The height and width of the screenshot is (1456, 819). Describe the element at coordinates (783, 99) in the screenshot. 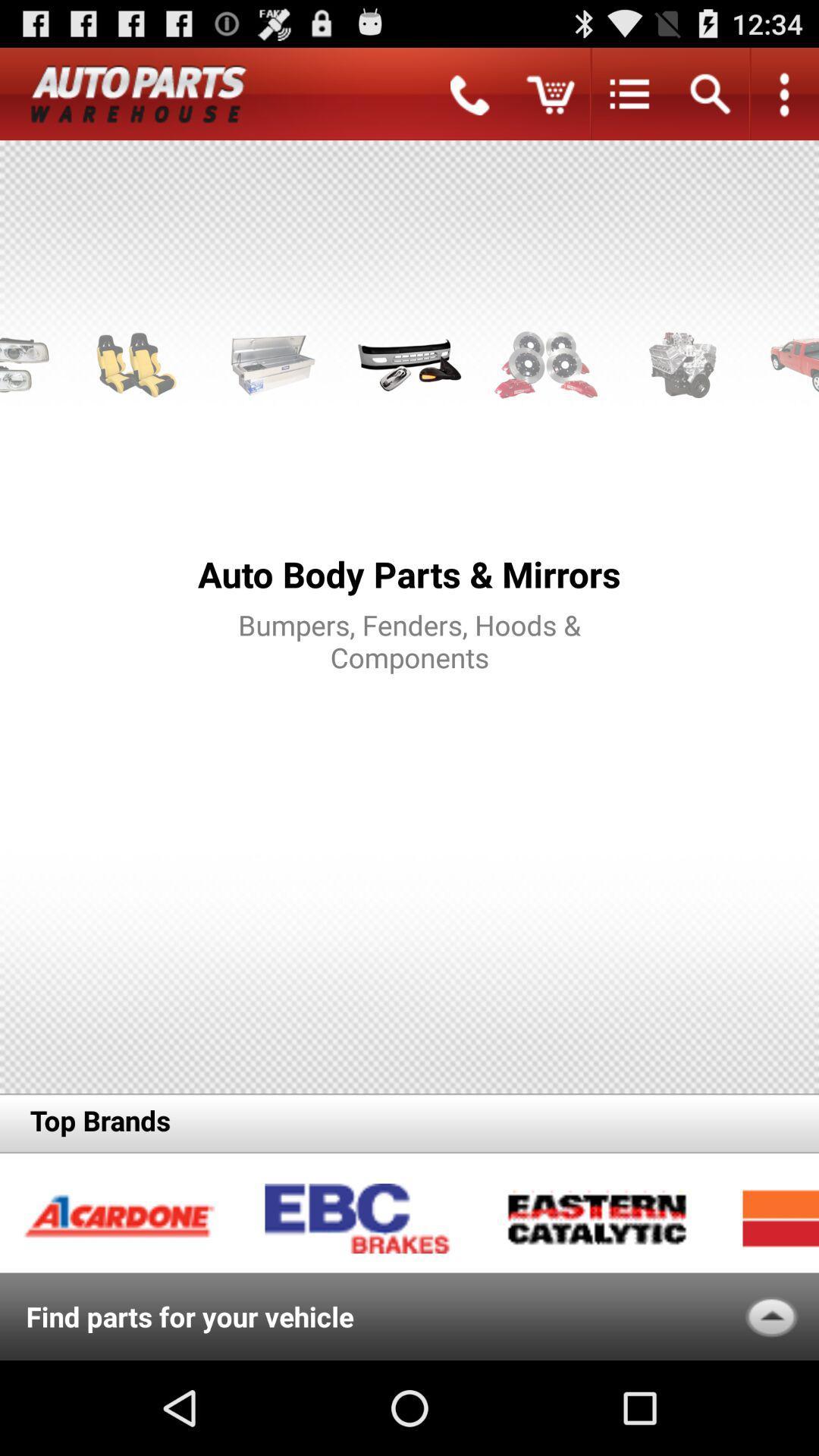

I see `the more icon` at that location.